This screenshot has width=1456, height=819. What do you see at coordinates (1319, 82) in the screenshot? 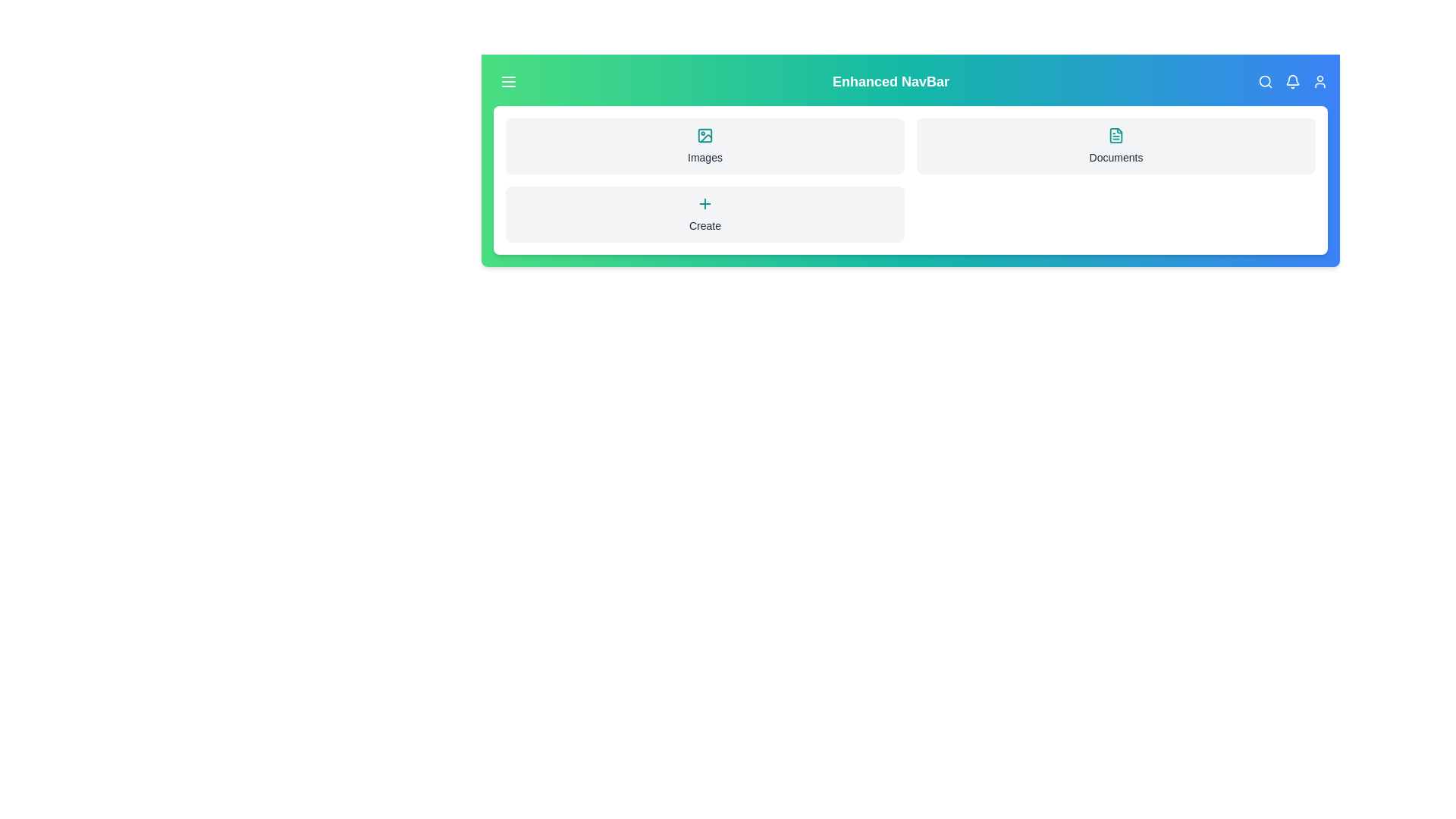
I see `the 'User' icon in the navigation bar` at bounding box center [1319, 82].